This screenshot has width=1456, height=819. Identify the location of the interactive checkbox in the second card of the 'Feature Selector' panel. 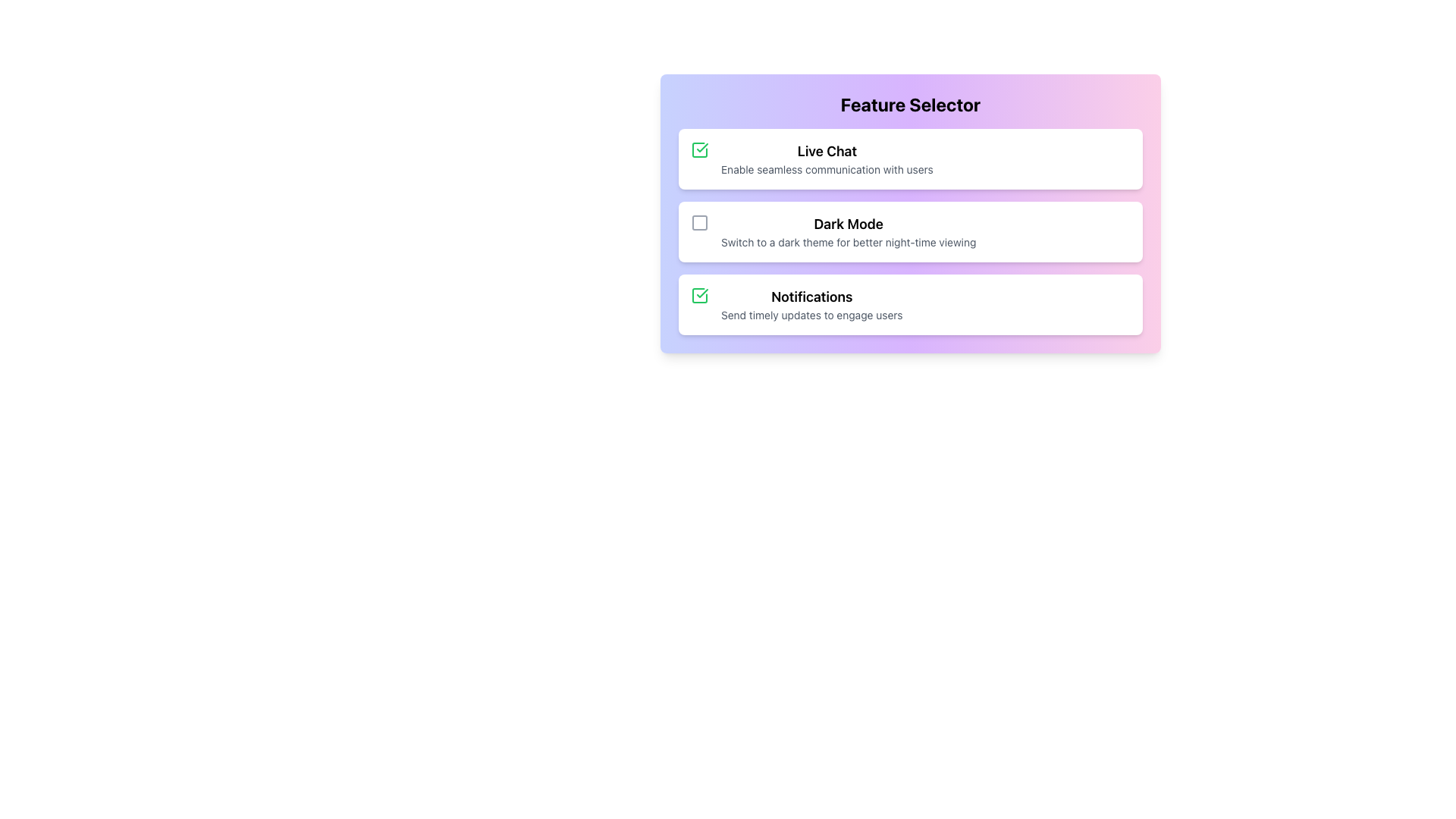
(910, 231).